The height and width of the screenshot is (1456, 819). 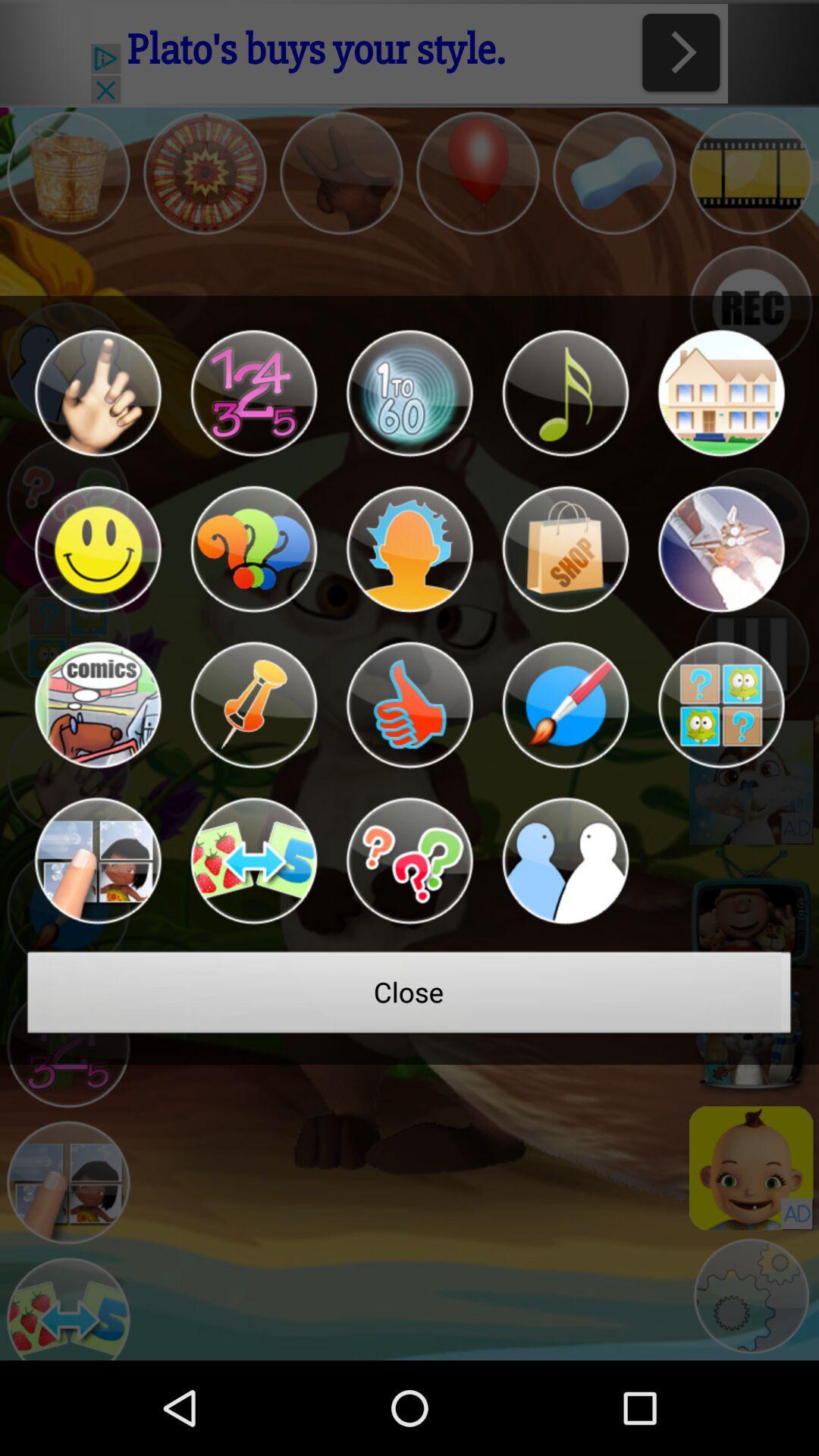 What do you see at coordinates (409, 861) in the screenshot?
I see `solve questions` at bounding box center [409, 861].